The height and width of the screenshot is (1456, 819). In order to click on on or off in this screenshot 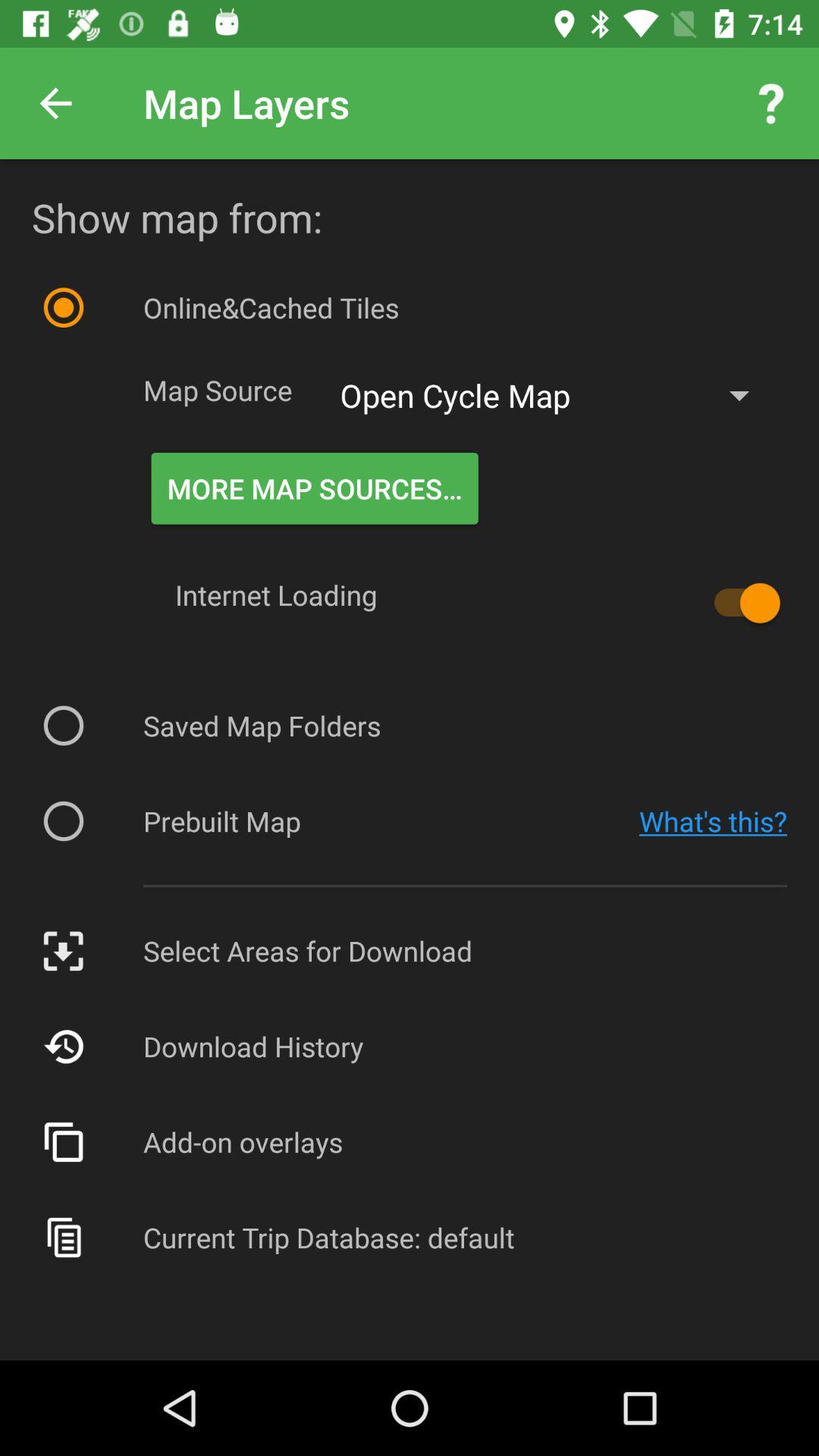, I will do `click(739, 602)`.